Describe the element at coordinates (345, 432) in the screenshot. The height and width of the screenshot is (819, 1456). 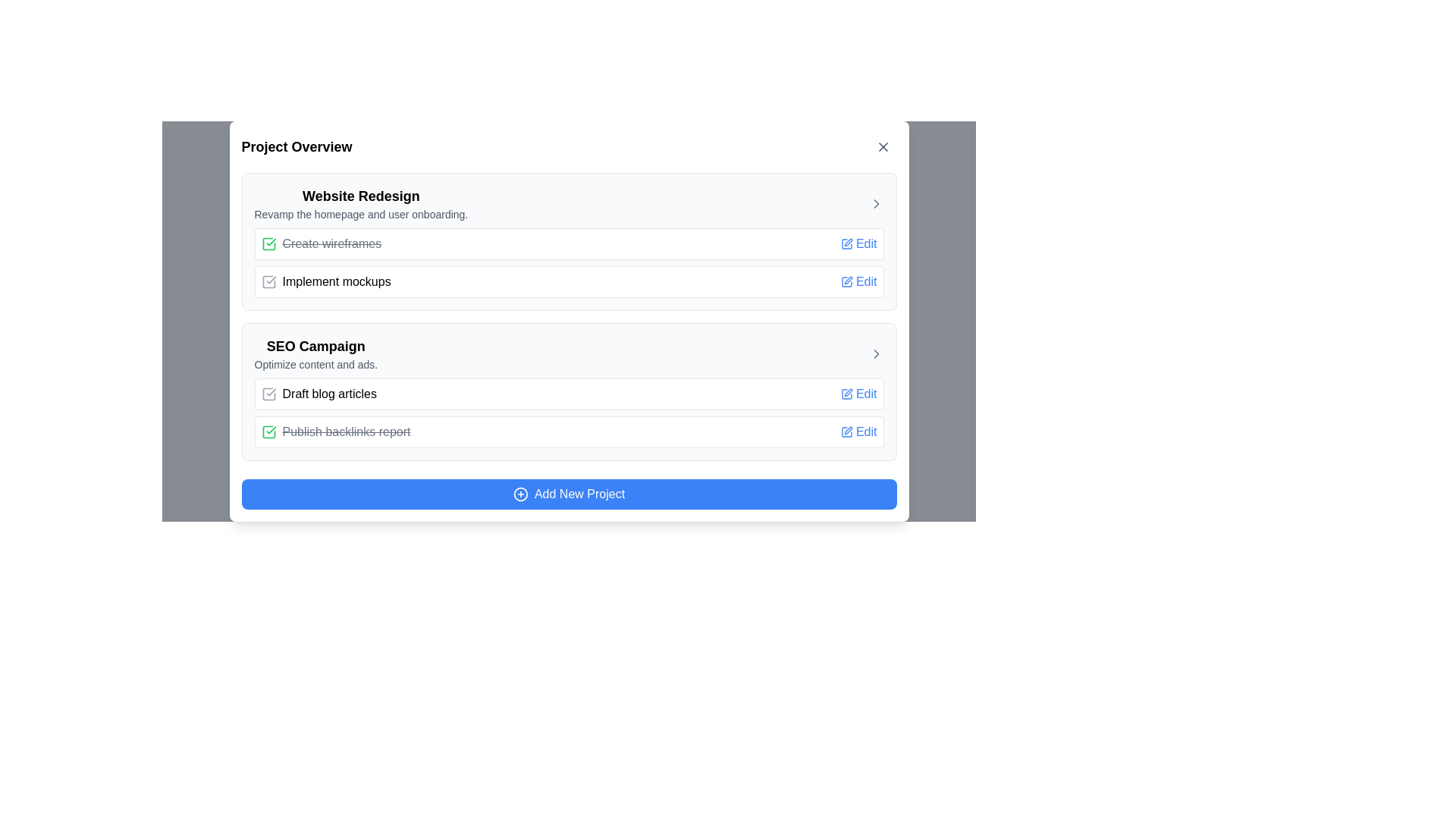
I see `the Text label element styled with a strikethrough effect and gray color, which reads 'Publish backlinks report', indicating a completed task in the 'SEO Campaign' section` at that location.